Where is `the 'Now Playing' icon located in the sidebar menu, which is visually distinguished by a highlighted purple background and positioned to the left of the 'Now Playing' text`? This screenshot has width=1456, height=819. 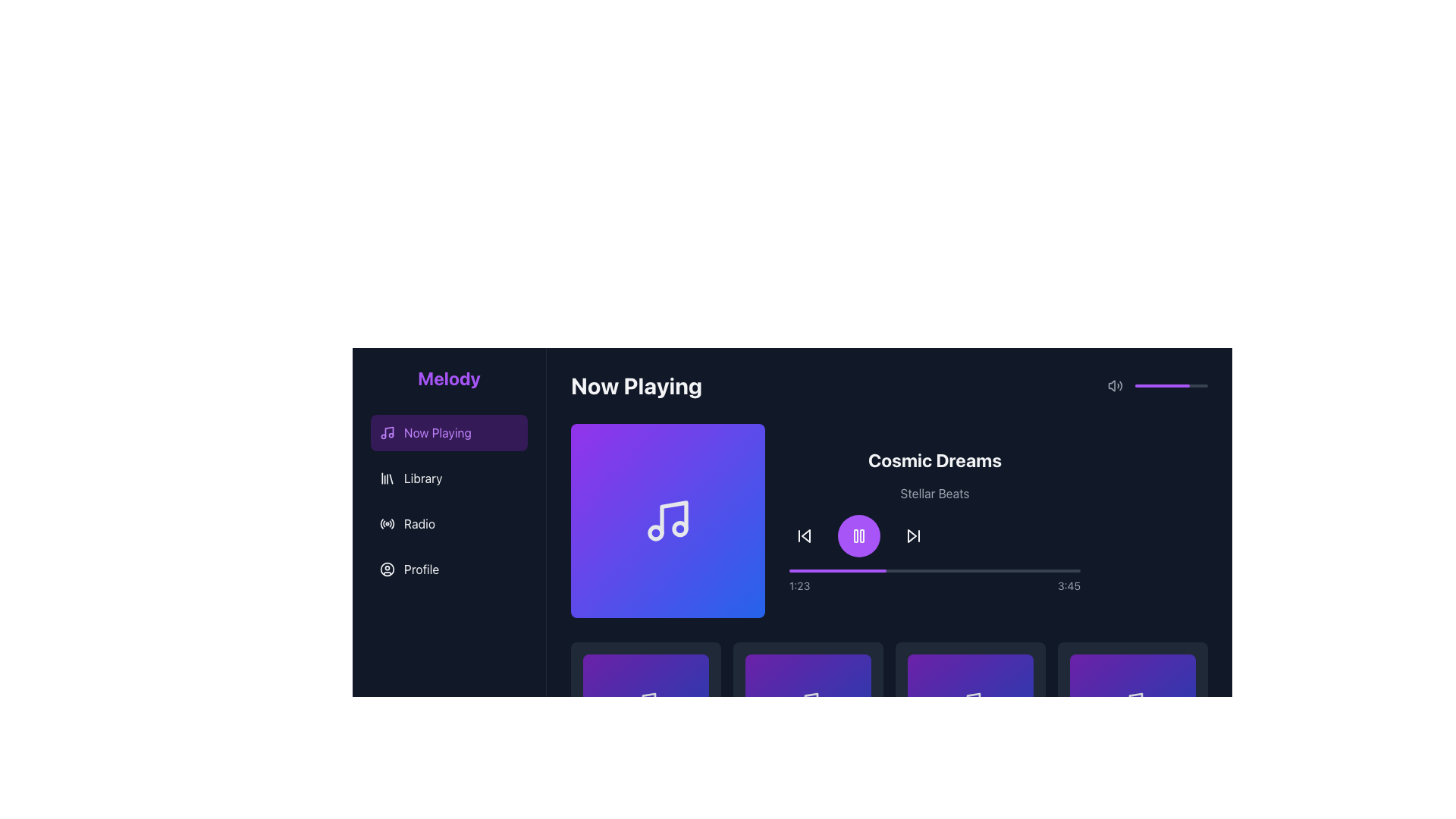
the 'Now Playing' icon located in the sidebar menu, which is visually distinguished by a highlighted purple background and positioned to the left of the 'Now Playing' text is located at coordinates (387, 432).